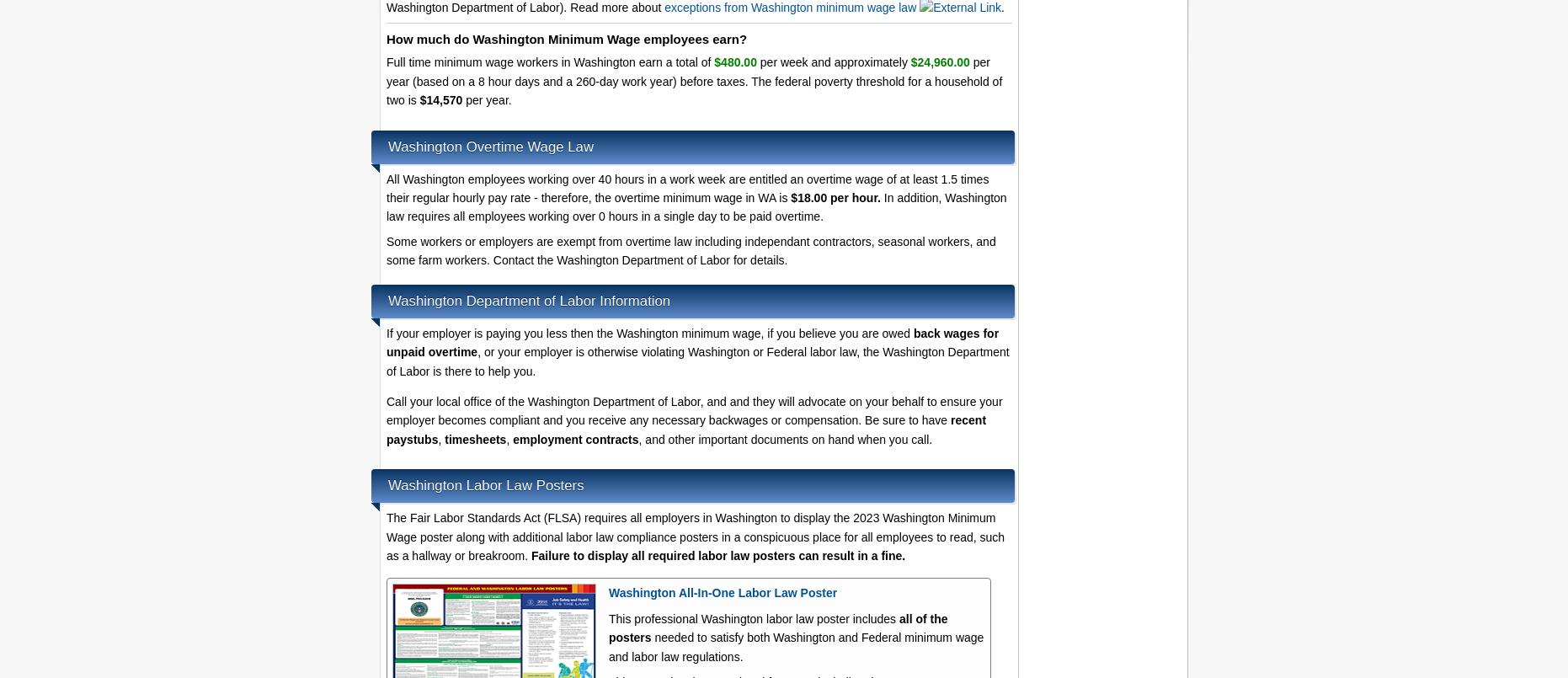 Image resolution: width=1568 pixels, height=678 pixels. I want to click on 'If your employer is paying you less then the Washington minimum wage, if you believe you are owed', so click(649, 333).